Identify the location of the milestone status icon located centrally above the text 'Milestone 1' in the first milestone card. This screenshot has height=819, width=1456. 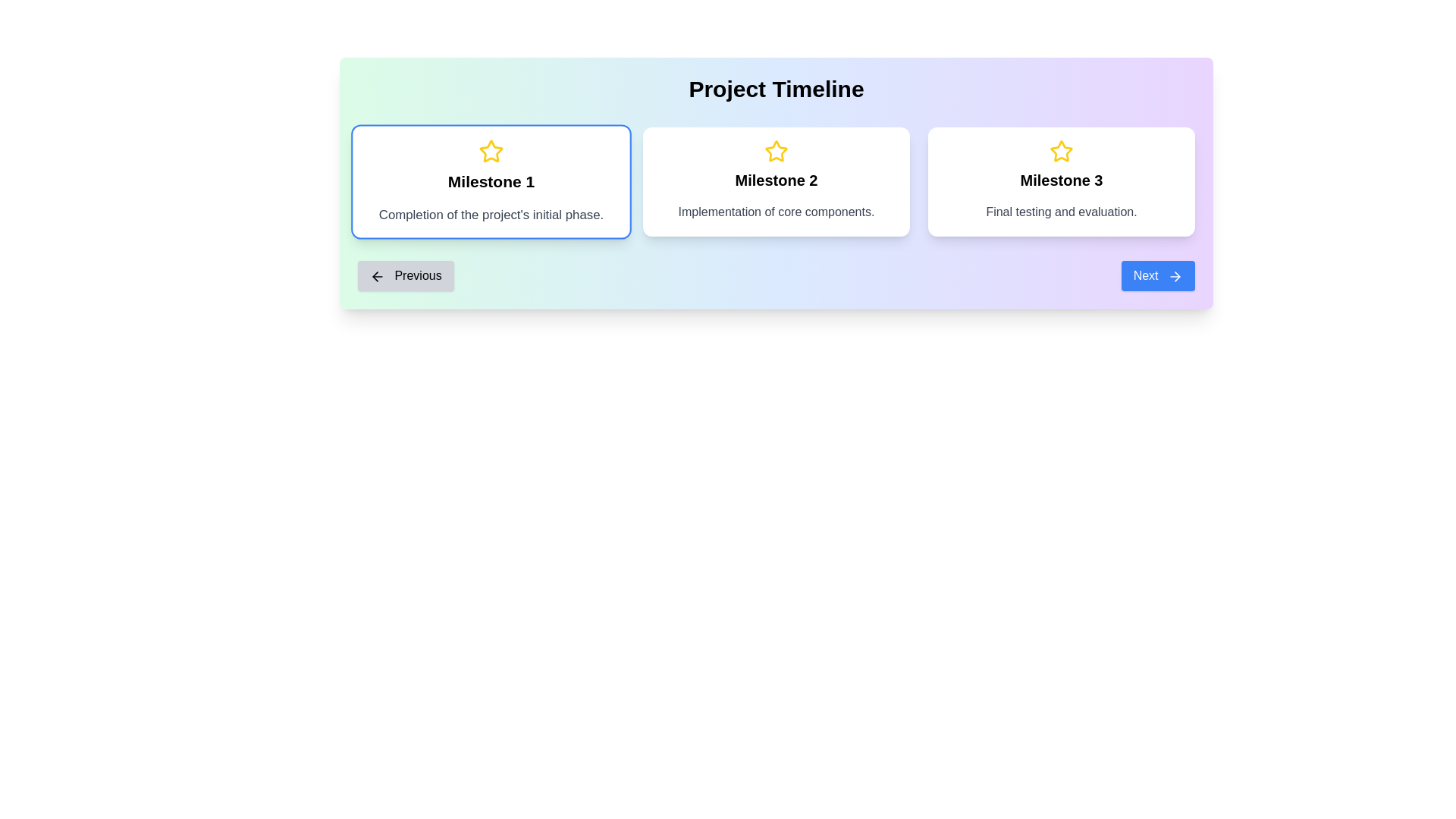
(491, 151).